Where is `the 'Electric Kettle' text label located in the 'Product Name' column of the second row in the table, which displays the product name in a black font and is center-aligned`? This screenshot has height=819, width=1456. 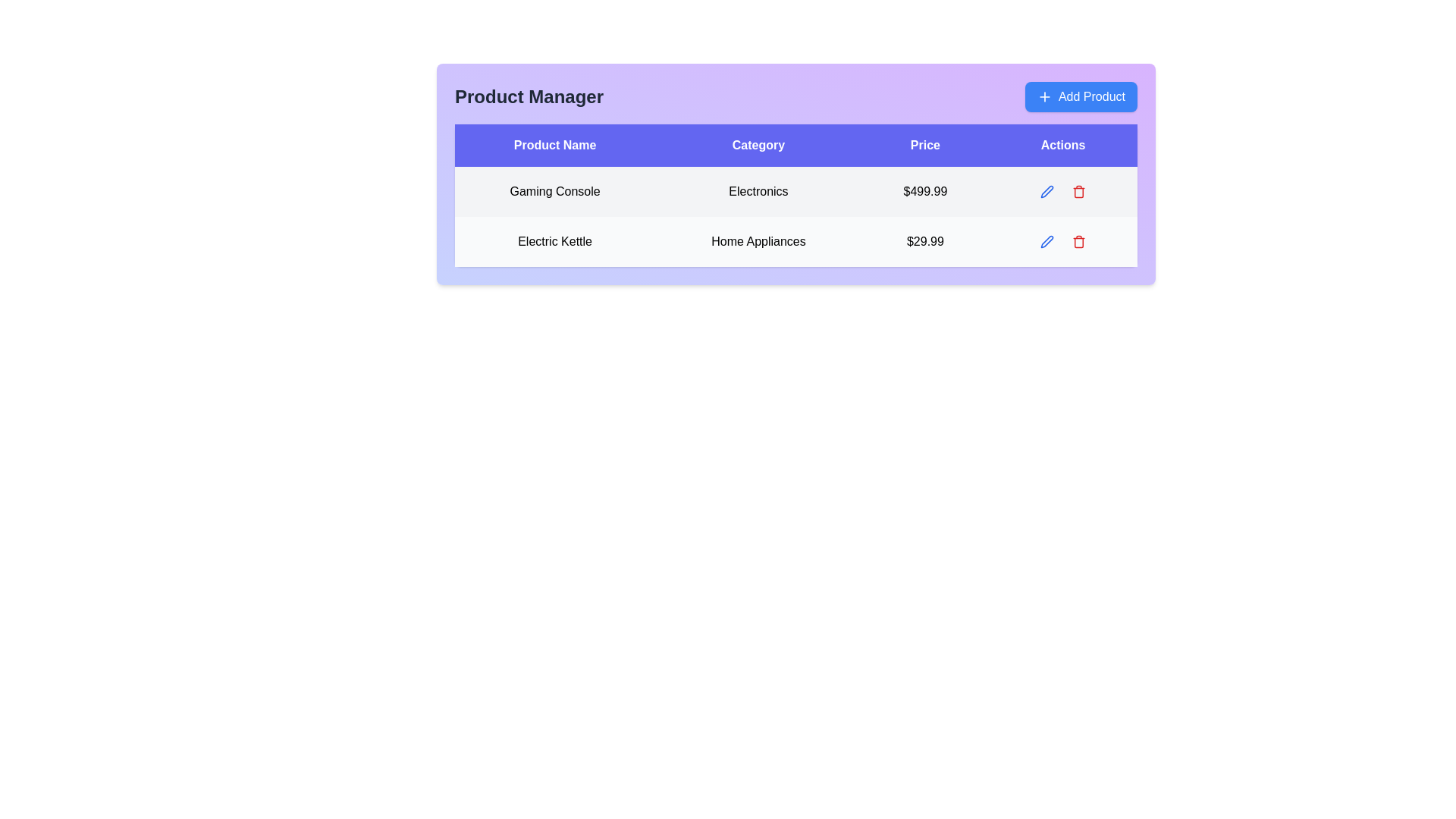 the 'Electric Kettle' text label located in the 'Product Name' column of the second row in the table, which displays the product name in a black font and is center-aligned is located at coordinates (554, 241).